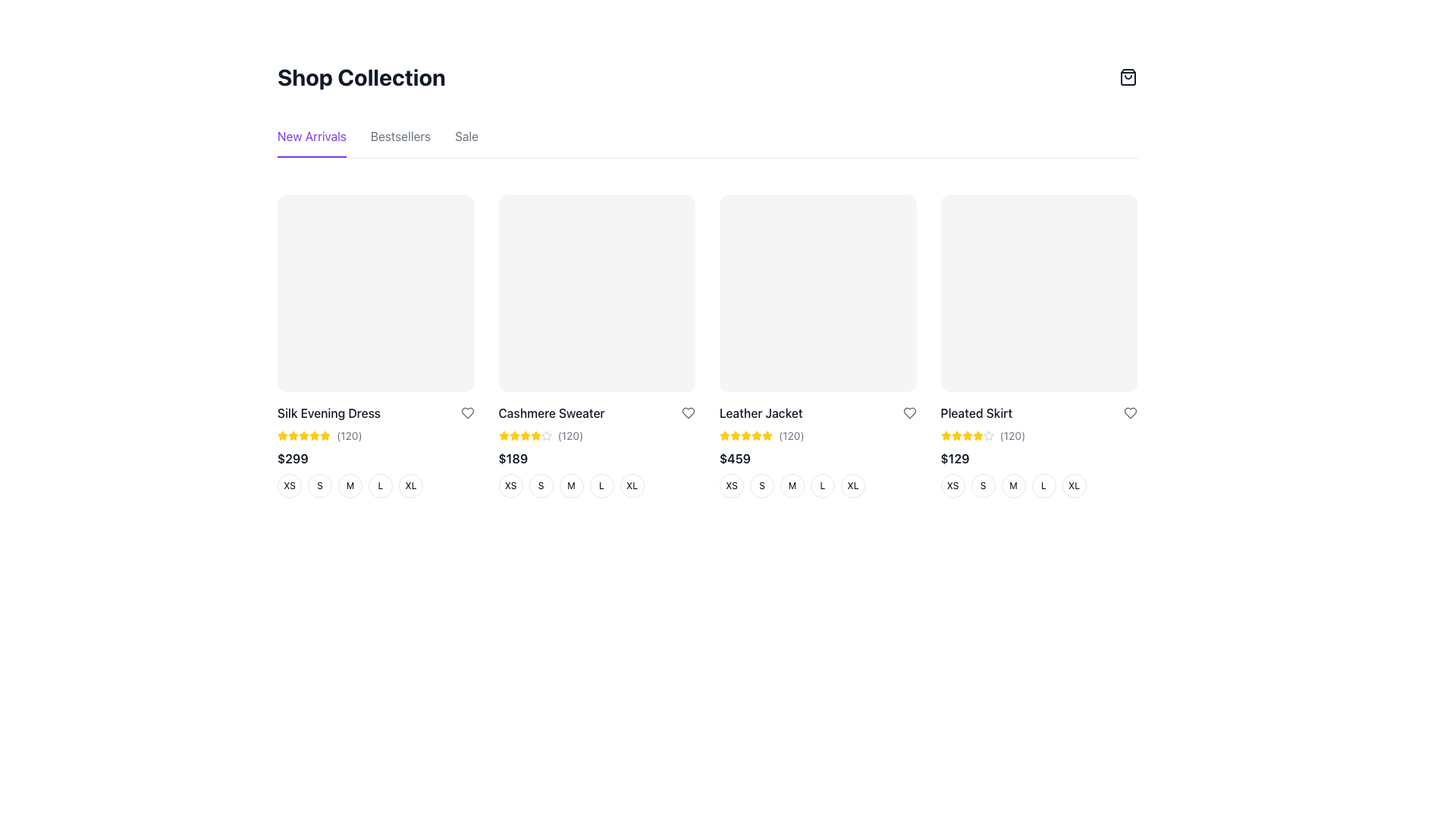 The height and width of the screenshot is (819, 1456). What do you see at coordinates (303, 435) in the screenshot?
I see `the third yellow star in the rating display for the 'Silk Evening Dress' product, which is located below the product image` at bounding box center [303, 435].